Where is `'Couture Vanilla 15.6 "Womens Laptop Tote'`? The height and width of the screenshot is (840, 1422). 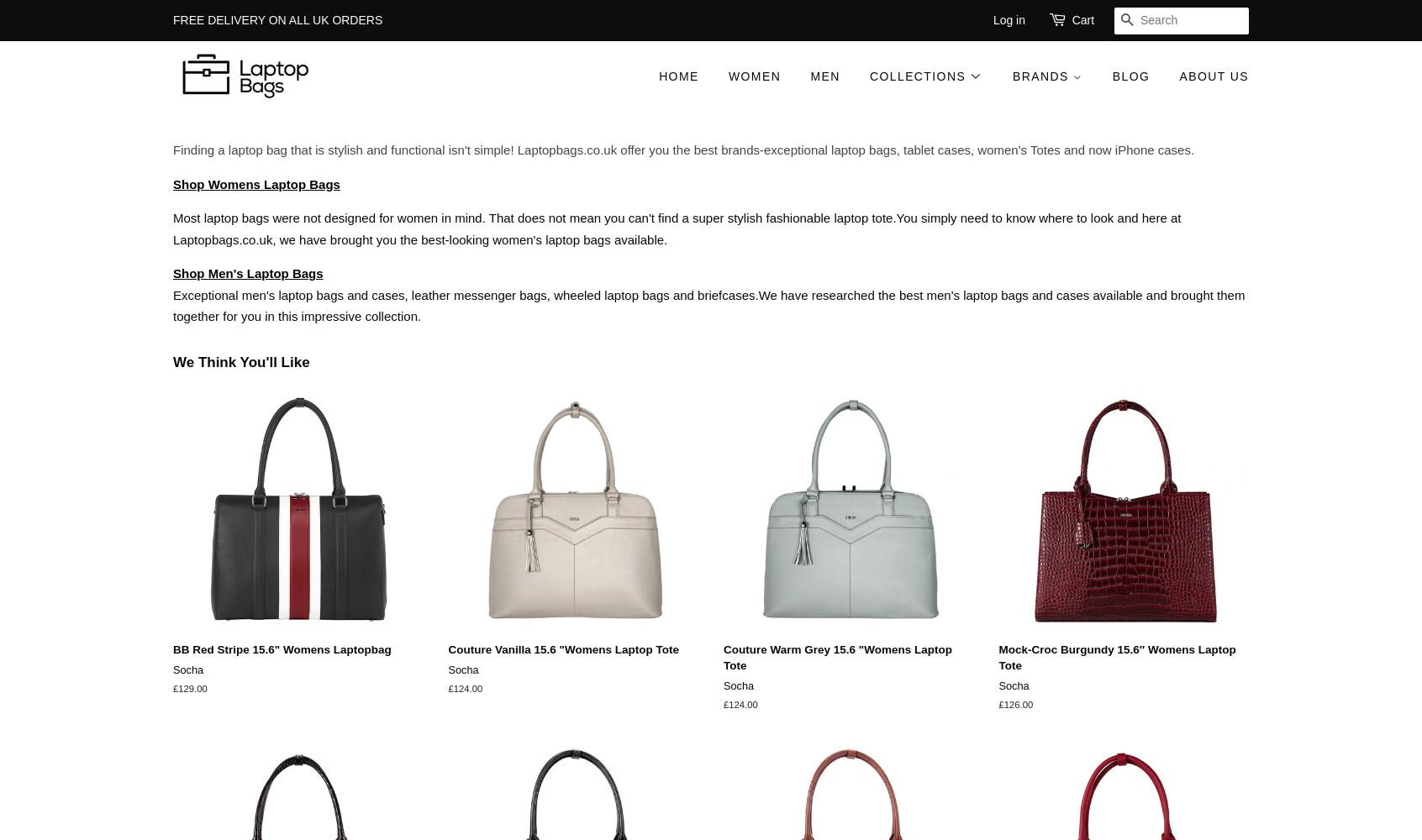
'Couture Vanilla 15.6 "Womens Laptop Tote' is located at coordinates (563, 649).